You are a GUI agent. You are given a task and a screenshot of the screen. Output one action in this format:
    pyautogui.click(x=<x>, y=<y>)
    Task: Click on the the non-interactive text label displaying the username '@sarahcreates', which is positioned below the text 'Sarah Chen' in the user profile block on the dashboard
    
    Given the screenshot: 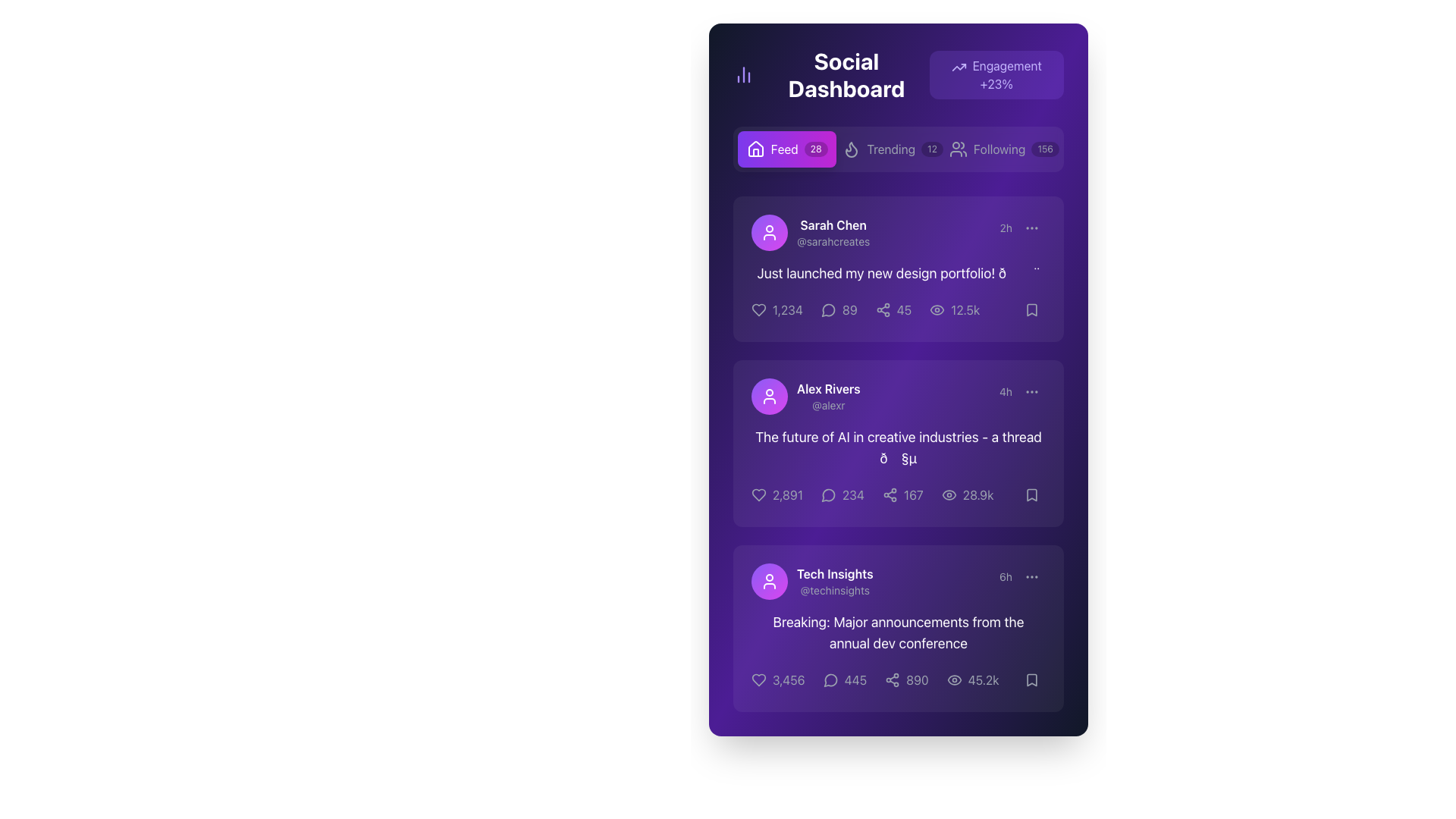 What is the action you would take?
    pyautogui.click(x=833, y=241)
    